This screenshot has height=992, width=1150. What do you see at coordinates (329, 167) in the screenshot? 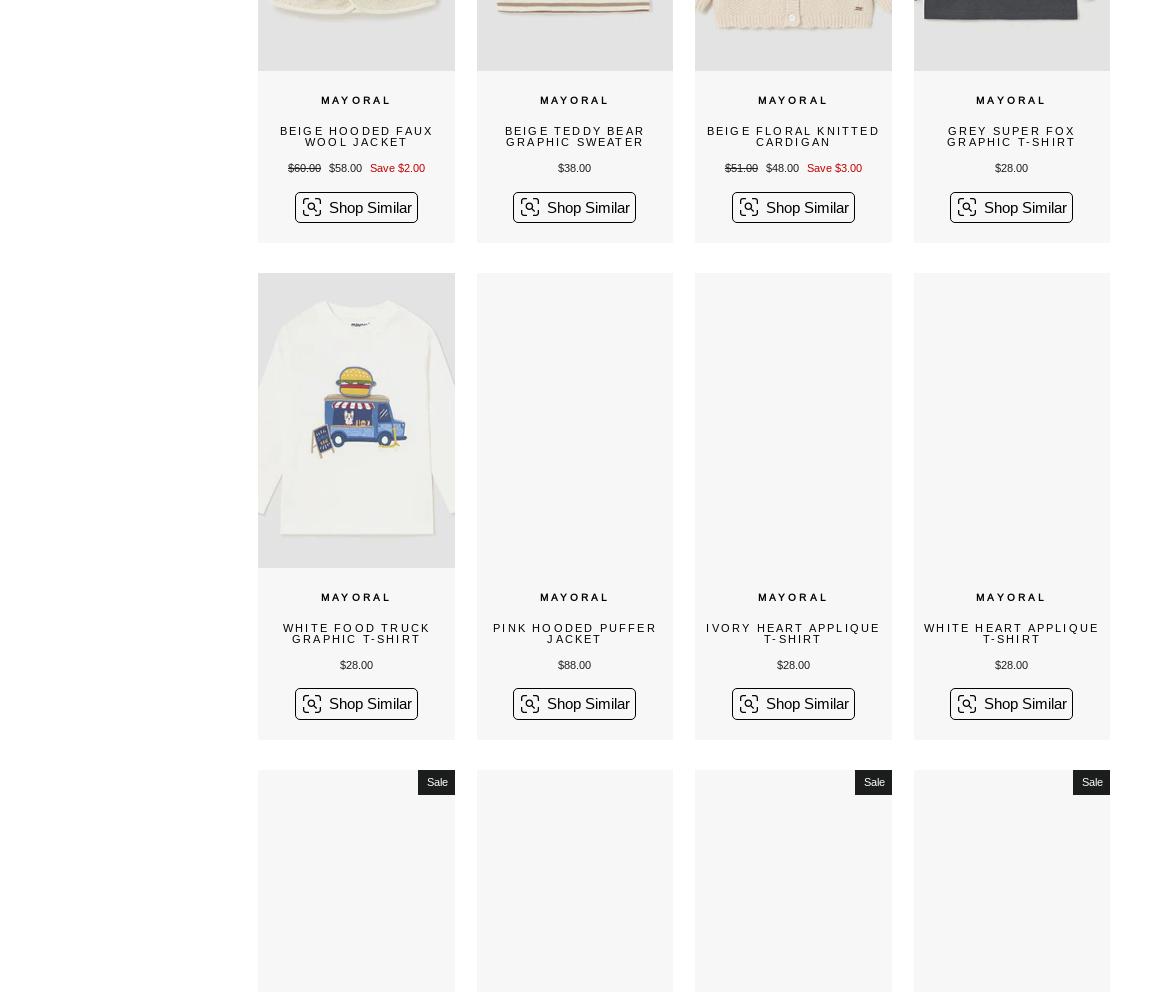
I see `'$58.00'` at bounding box center [329, 167].